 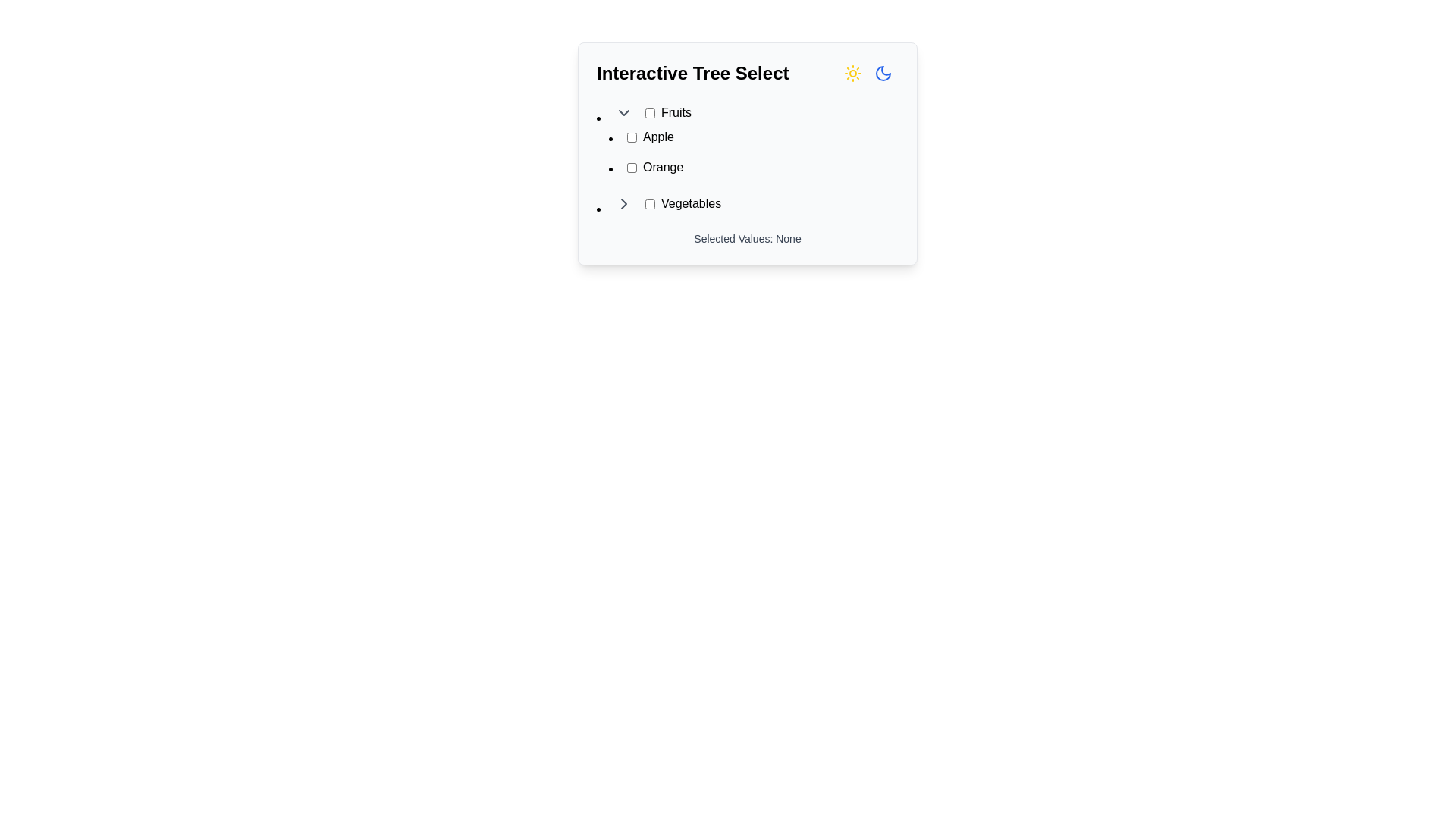 What do you see at coordinates (623, 203) in the screenshot?
I see `the toggle button located to the left of the 'Vegetables' text label, which allows users to expand or collapse the 'Vegetables' section` at bounding box center [623, 203].